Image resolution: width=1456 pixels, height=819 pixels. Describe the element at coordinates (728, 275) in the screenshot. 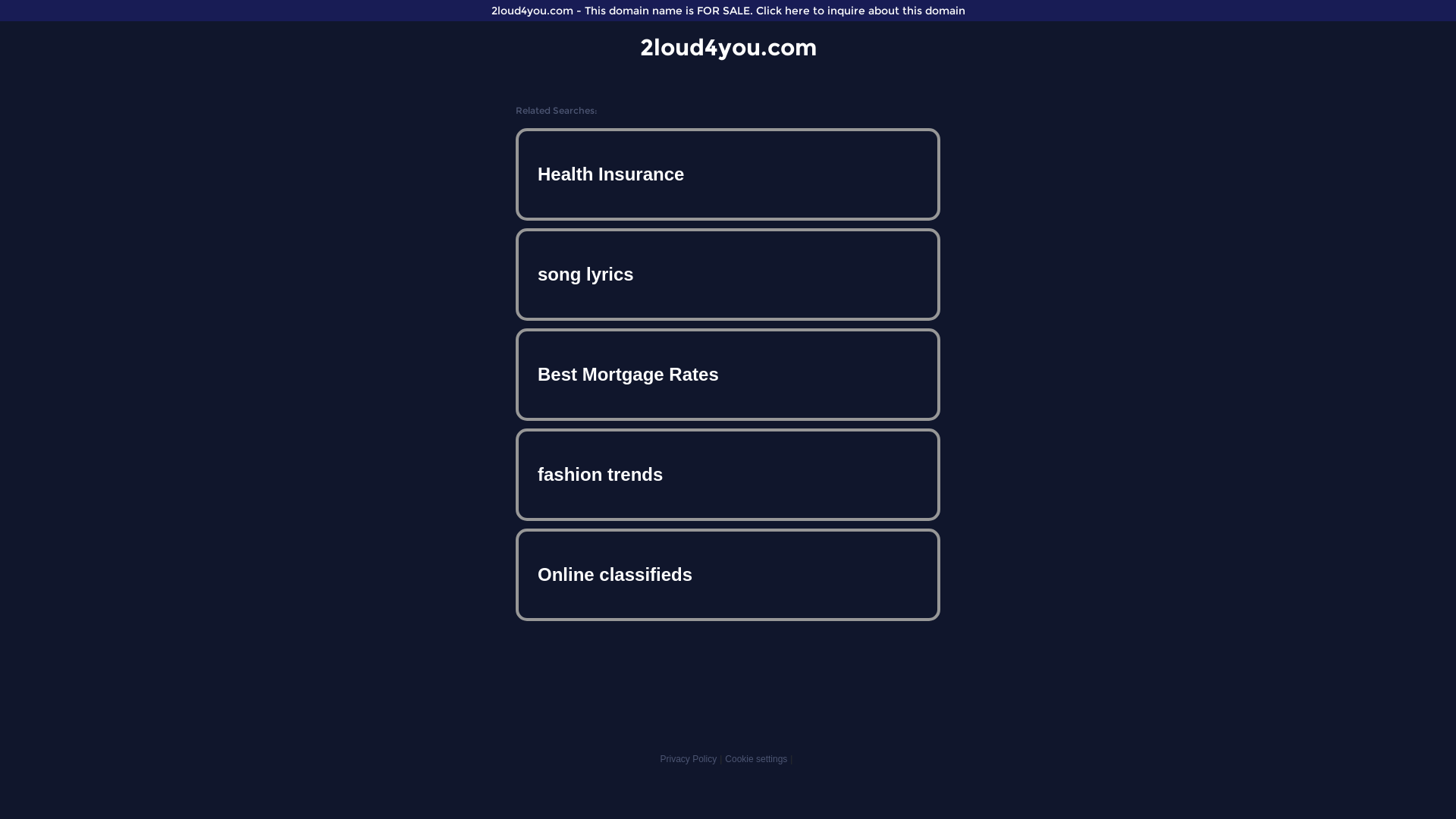

I see `'song lyrics'` at that location.